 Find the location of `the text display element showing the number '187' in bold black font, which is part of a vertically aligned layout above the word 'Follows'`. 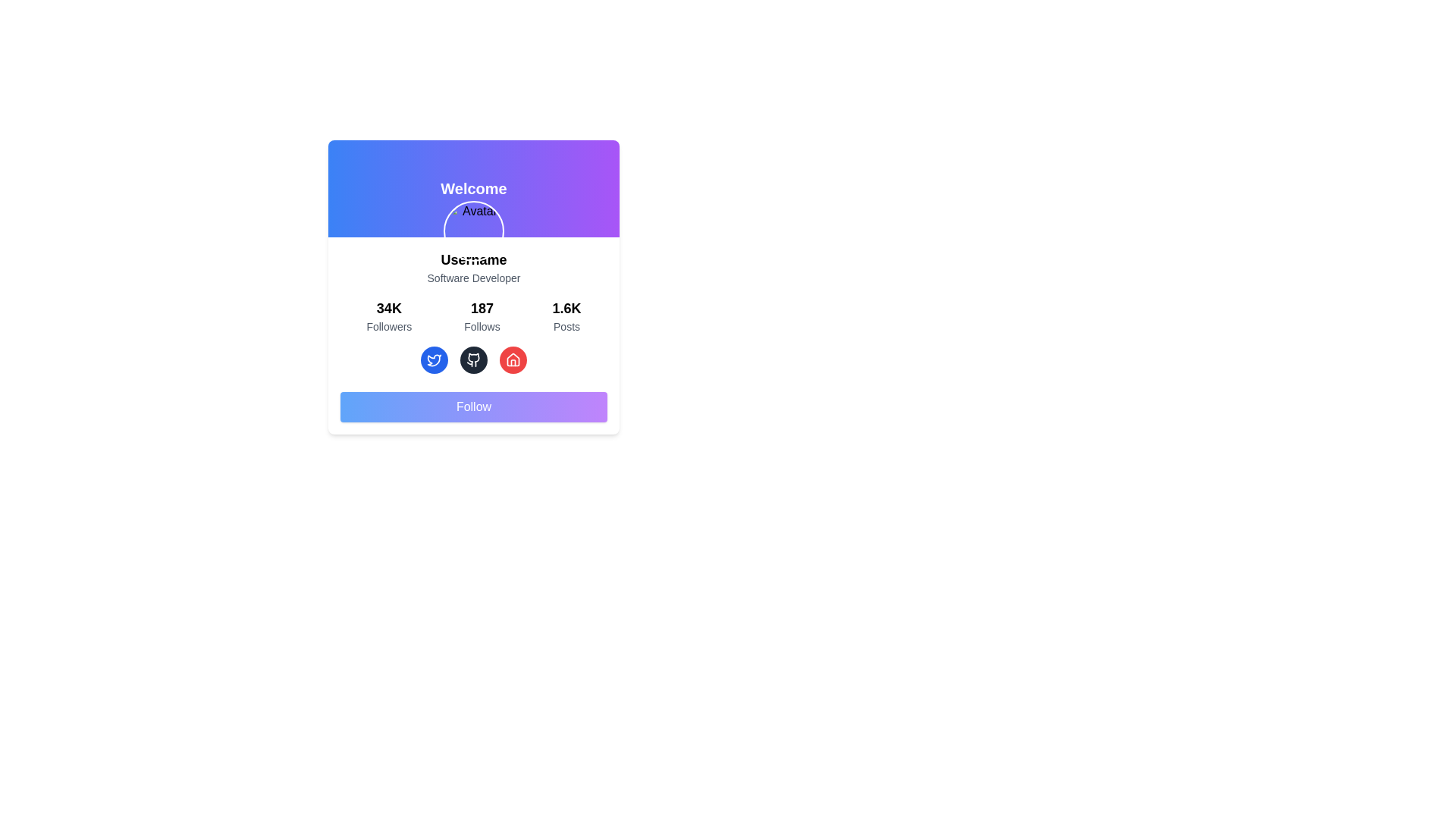

the text display element showing the number '187' in bold black font, which is part of a vertically aligned layout above the word 'Follows' is located at coordinates (481, 308).